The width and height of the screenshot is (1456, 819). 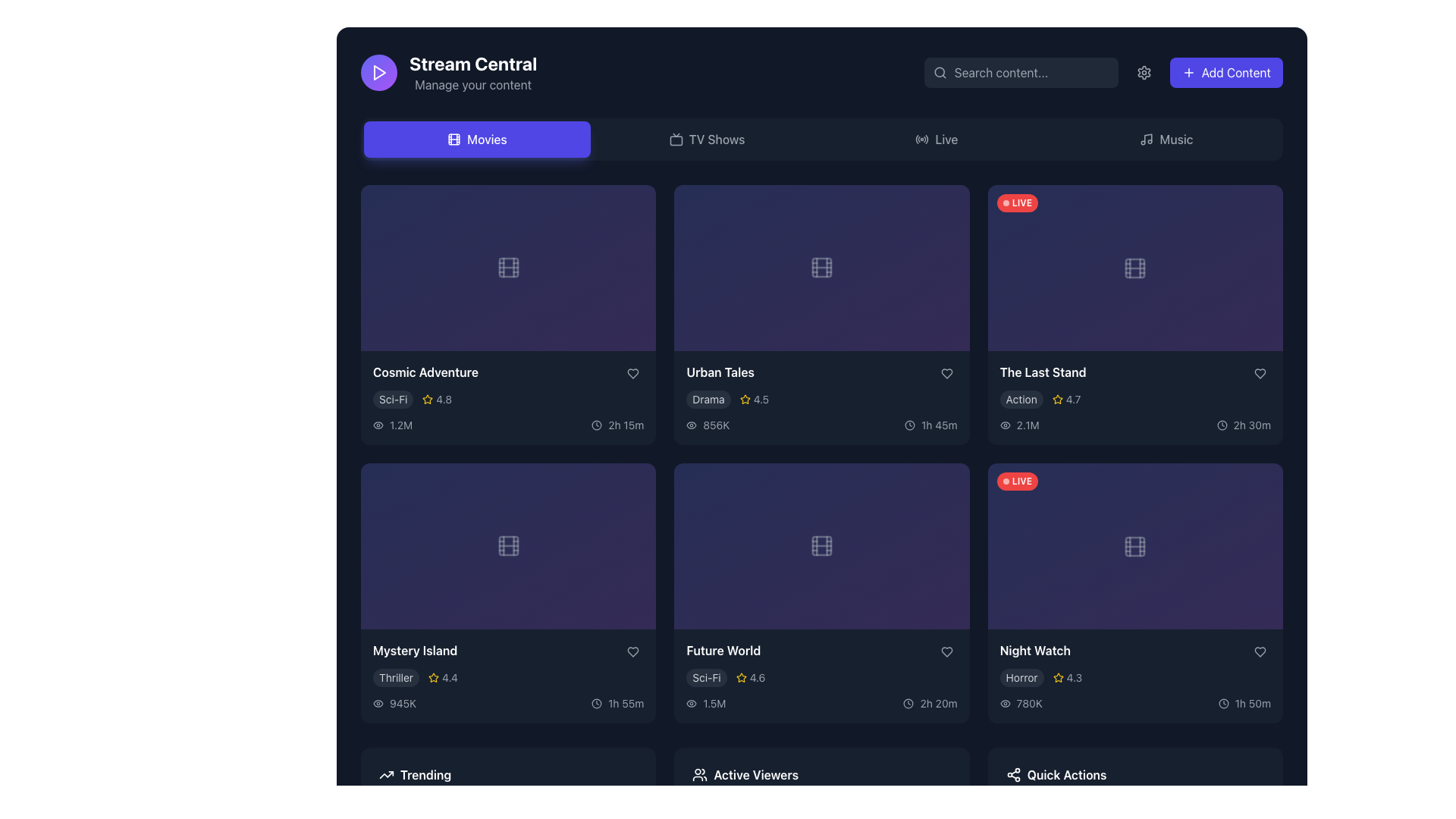 What do you see at coordinates (1260, 651) in the screenshot?
I see `the heart-shaped icon button located at the bottom right of the 'Night Watch' content card` at bounding box center [1260, 651].